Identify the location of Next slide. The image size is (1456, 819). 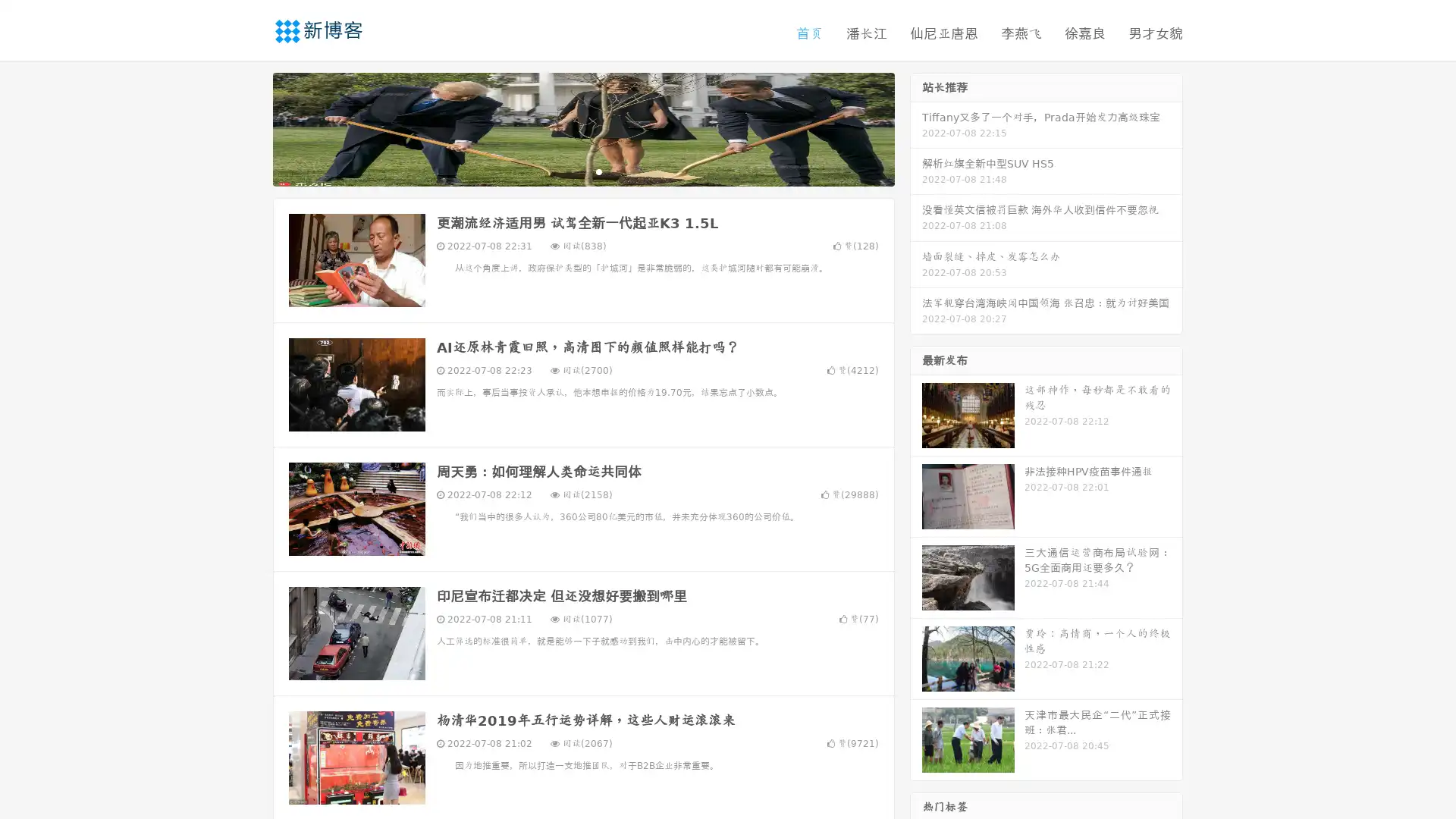
(916, 127).